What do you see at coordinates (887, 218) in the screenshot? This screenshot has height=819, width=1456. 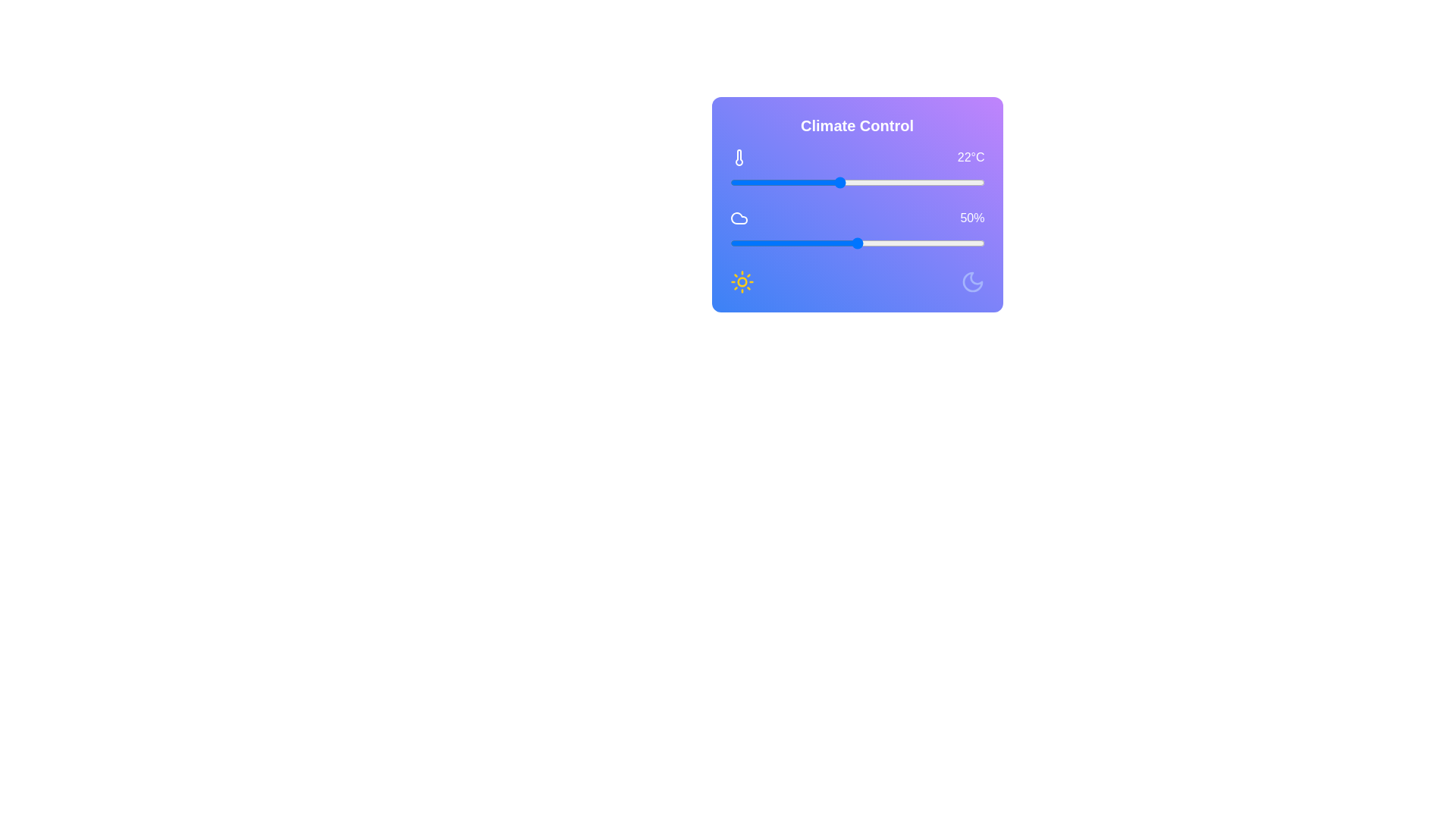 I see `the slider` at bounding box center [887, 218].